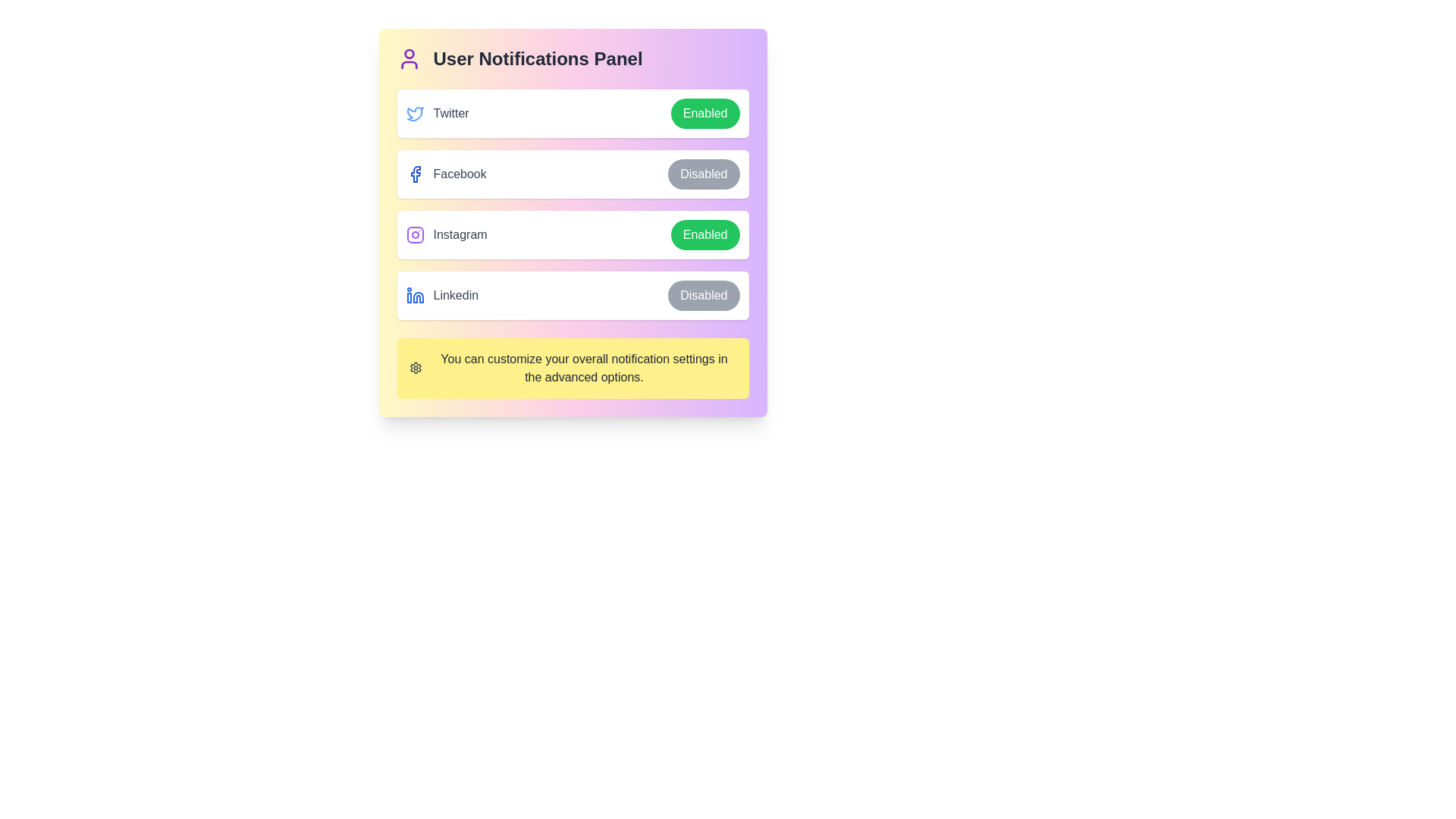  What do you see at coordinates (704, 234) in the screenshot?
I see `the toggle button for Instagram notifications located in the User Notifications Panel, which is the third row from the top` at bounding box center [704, 234].